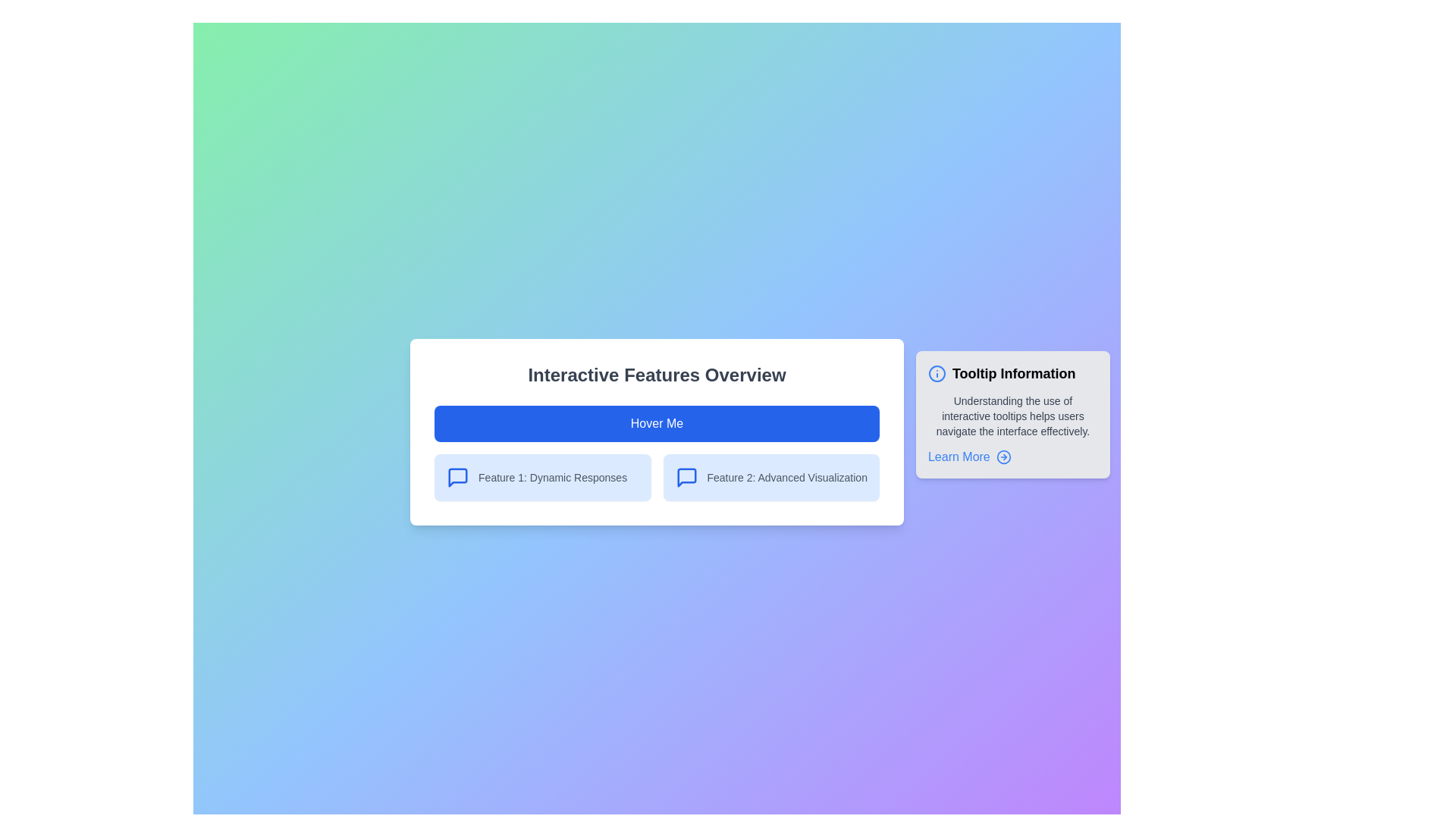  What do you see at coordinates (1003, 456) in the screenshot?
I see `the circular icon with a right-pointing arrow and a thin blue outline, located to the right of the 'Learn More' text, to trigger a visual change` at bounding box center [1003, 456].